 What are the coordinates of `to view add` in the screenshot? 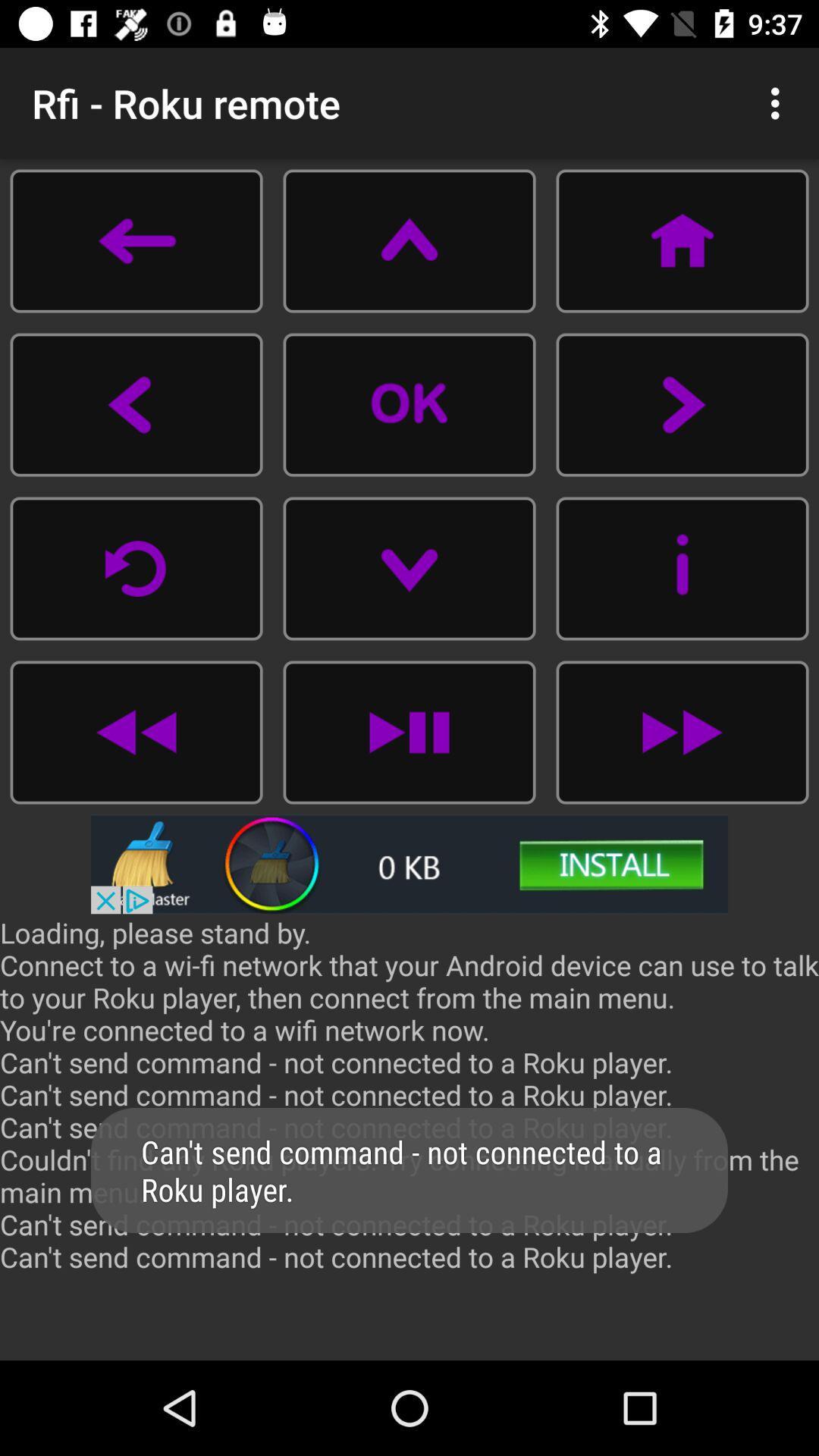 It's located at (409, 864).